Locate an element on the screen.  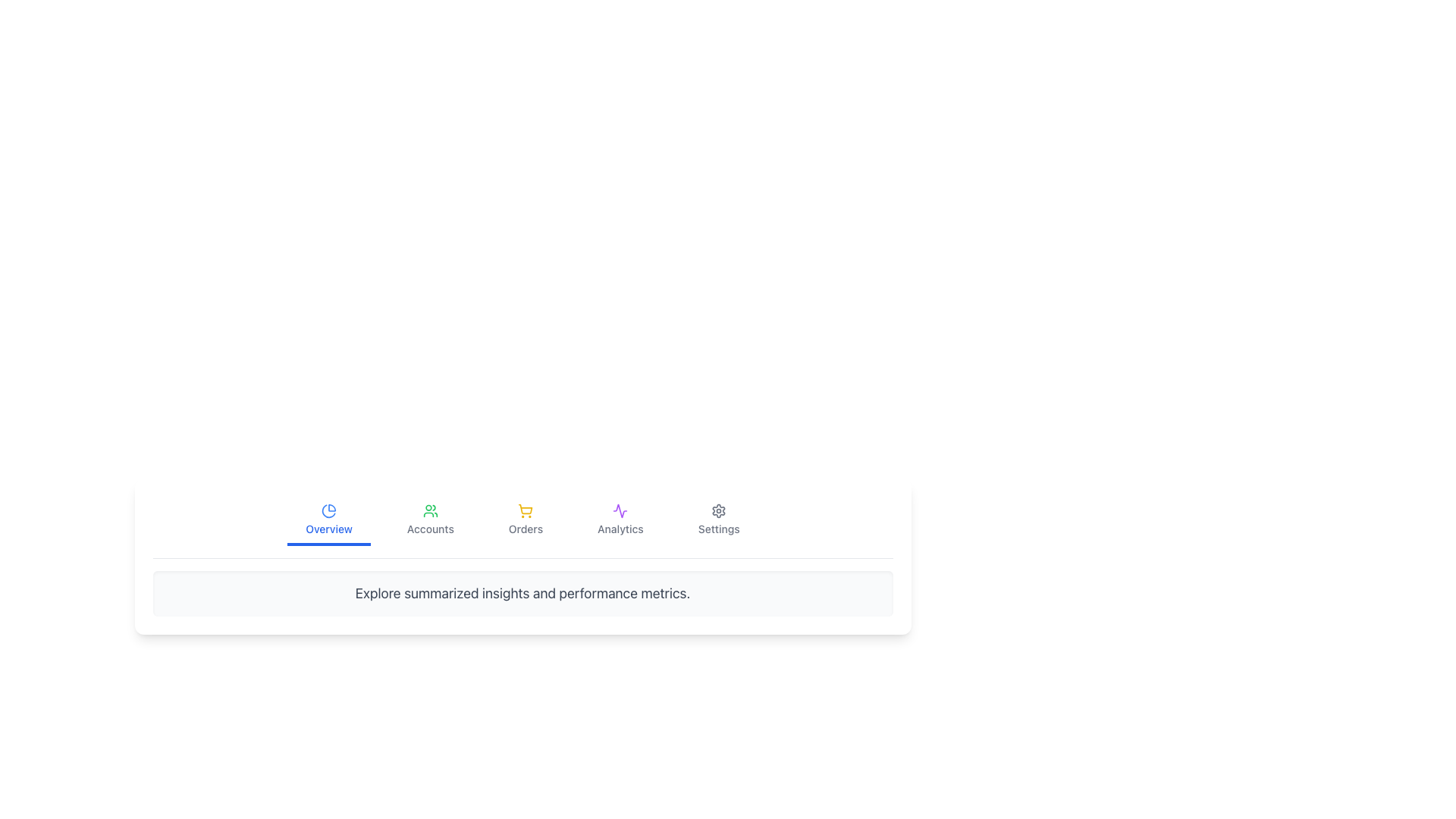
the 'Settings' text label, which is styled in gray and located below the gear icon in the bottom right corner of the interface is located at coordinates (718, 529).